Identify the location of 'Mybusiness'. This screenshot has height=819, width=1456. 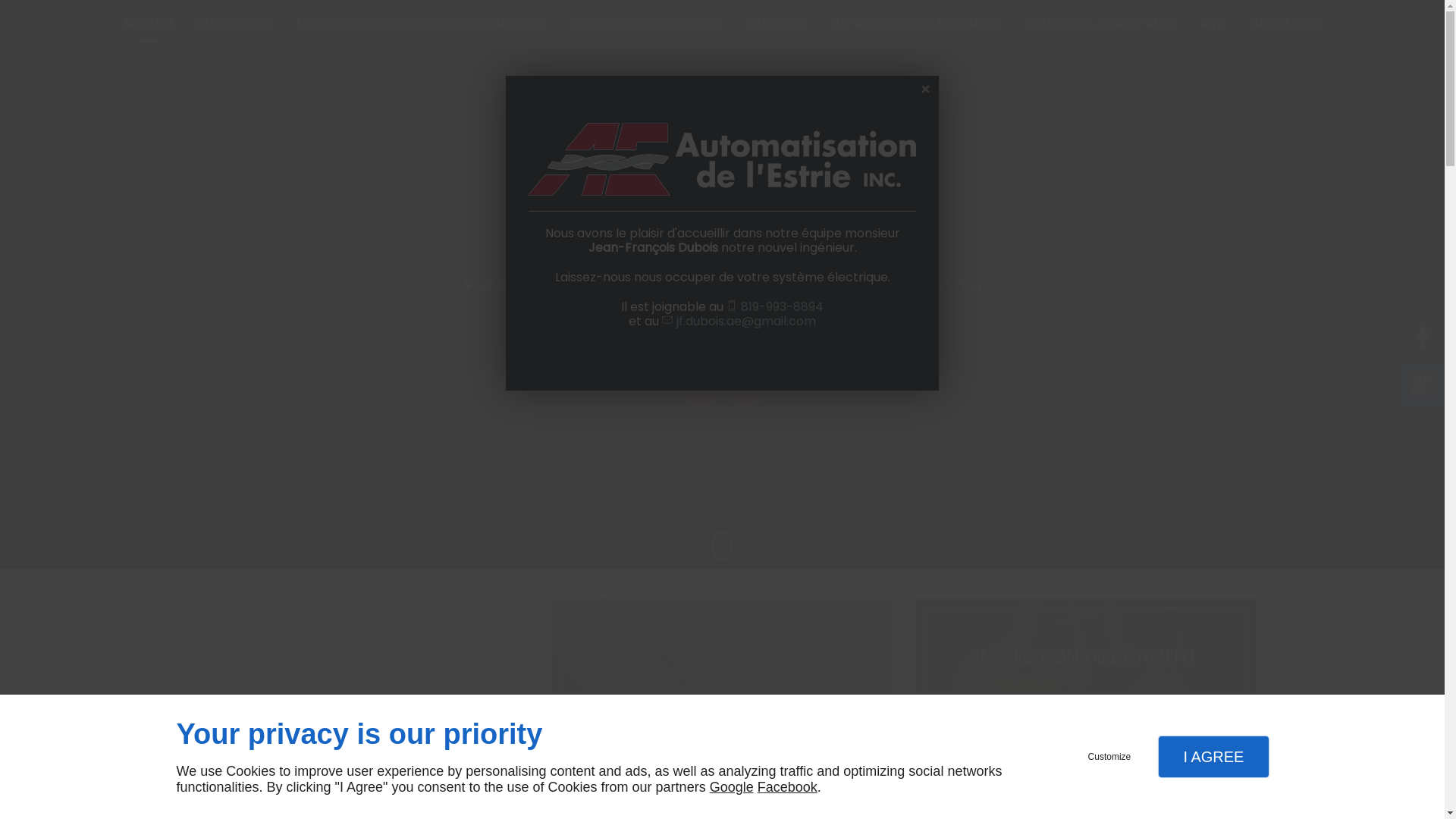
(1422, 383).